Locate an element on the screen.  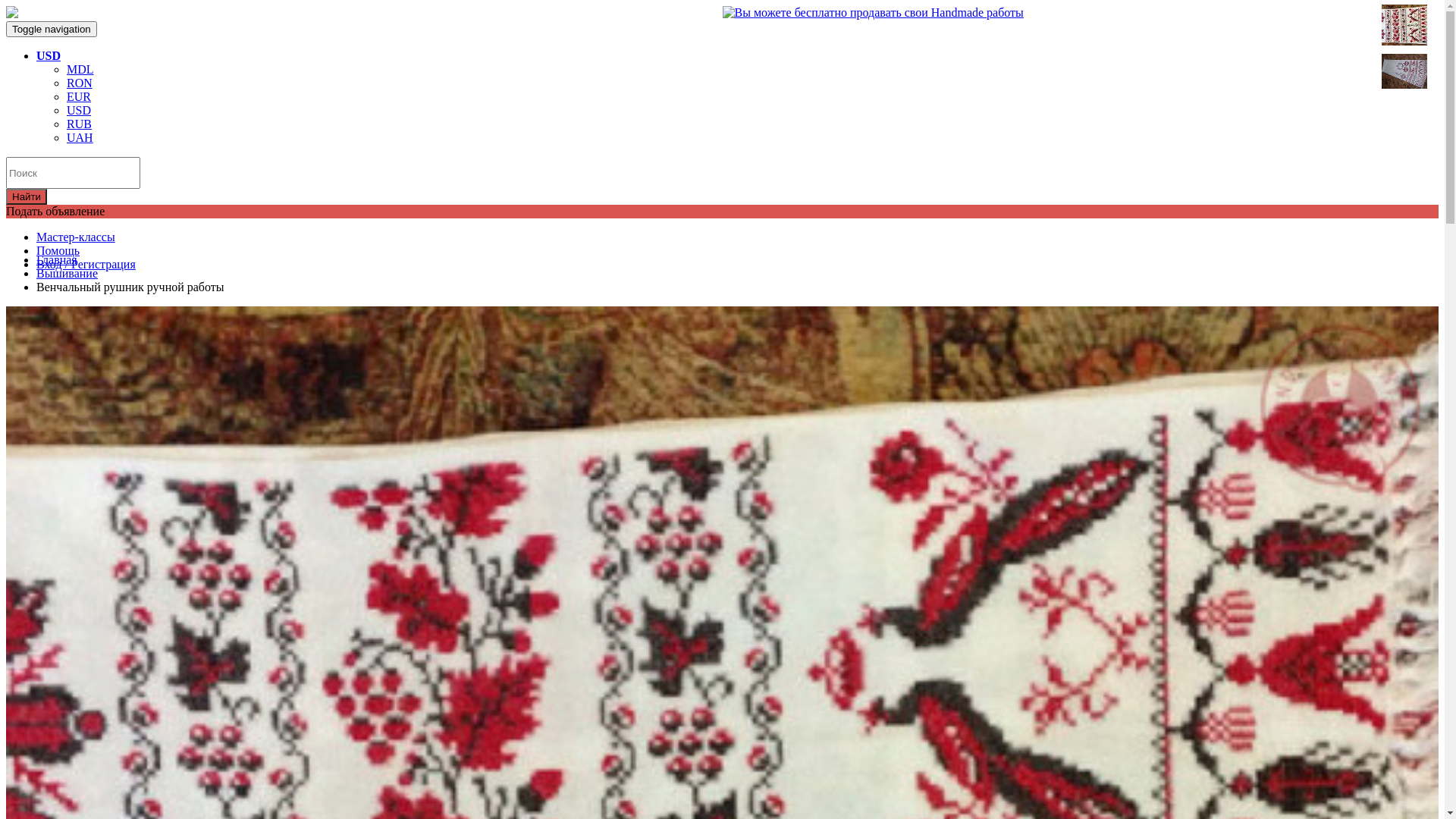
'RUB' is located at coordinates (78, 123).